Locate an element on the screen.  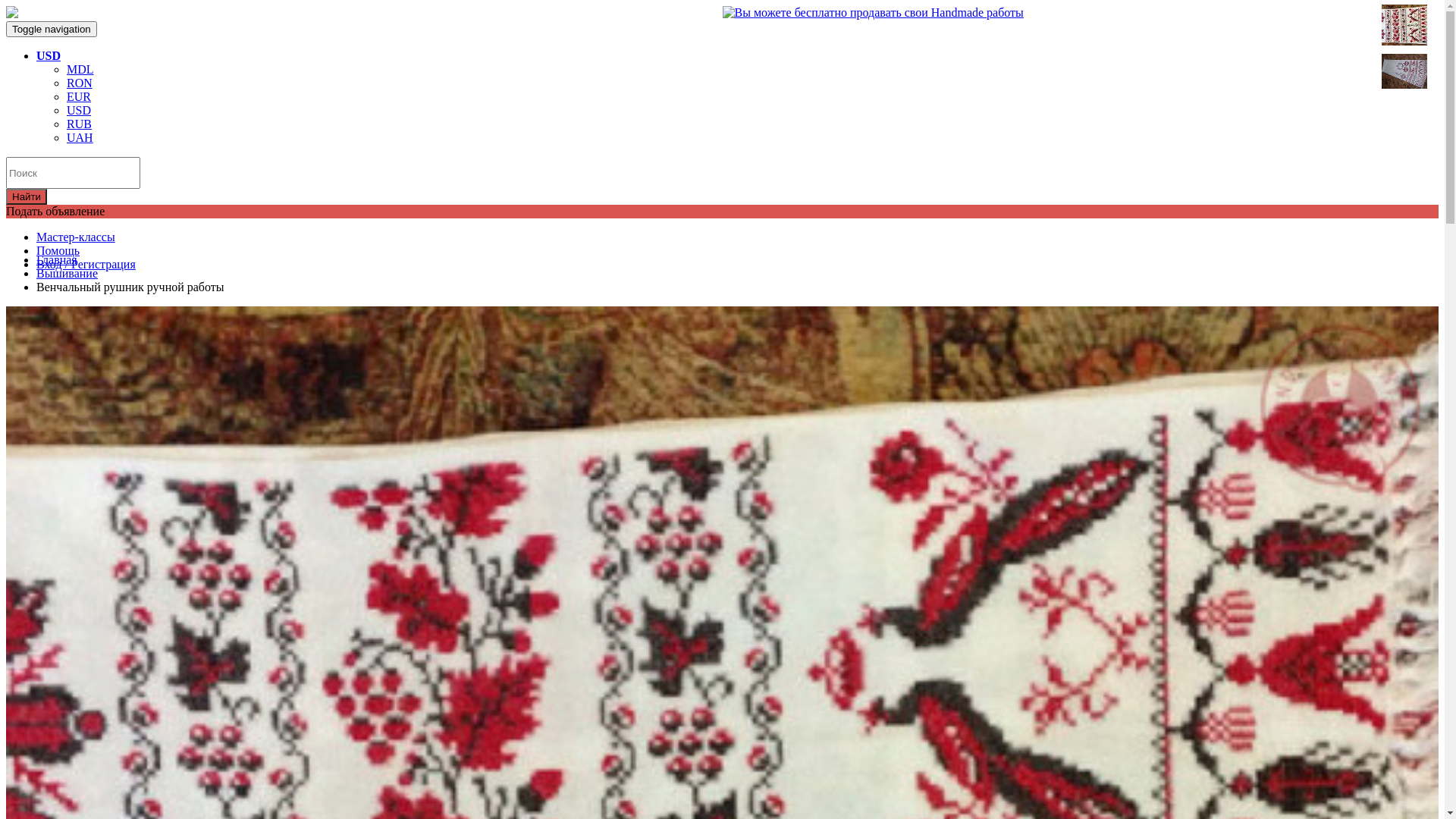
'RUB' is located at coordinates (78, 123).